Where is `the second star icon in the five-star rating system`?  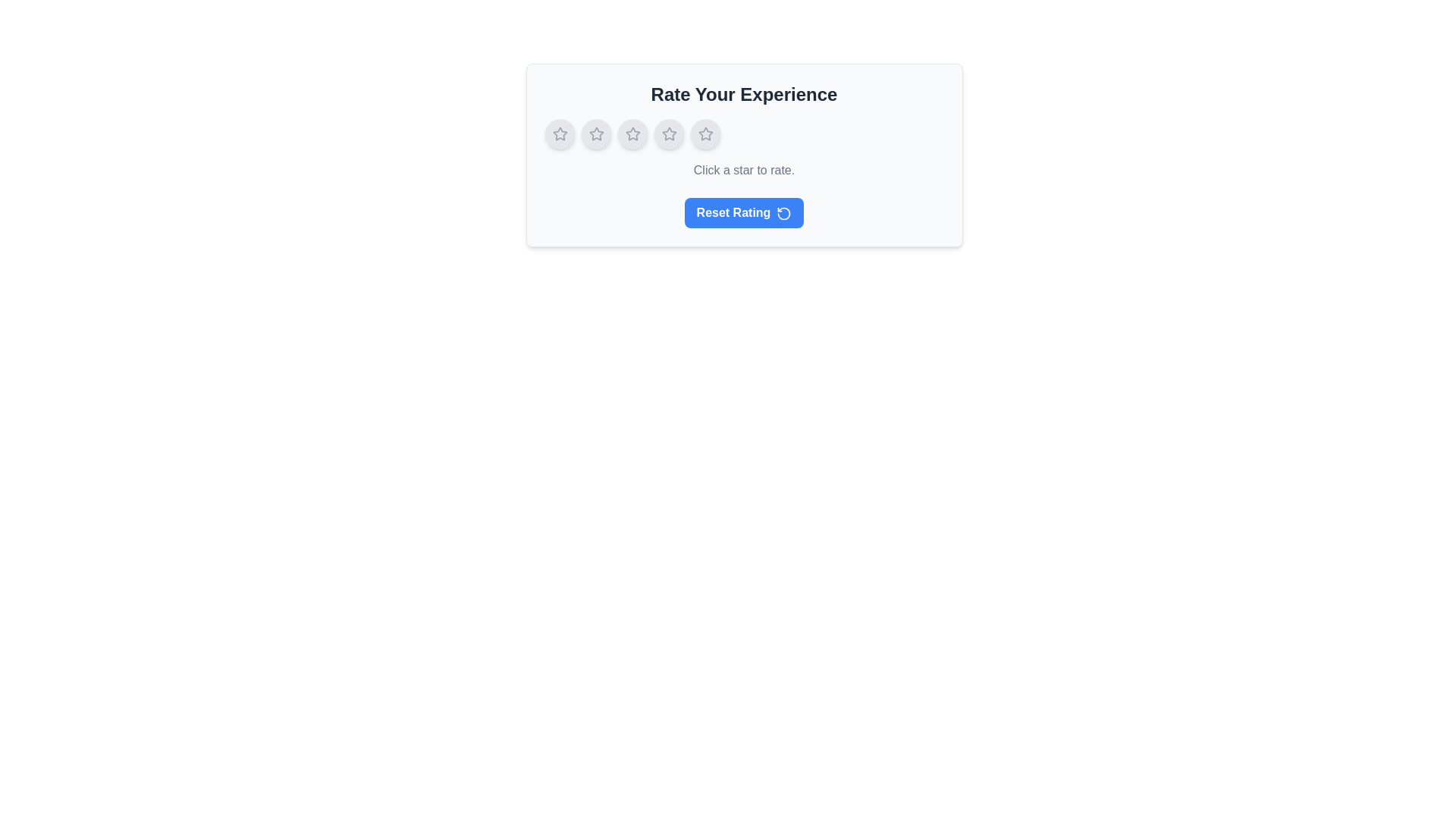
the second star icon in the five-star rating system is located at coordinates (595, 133).